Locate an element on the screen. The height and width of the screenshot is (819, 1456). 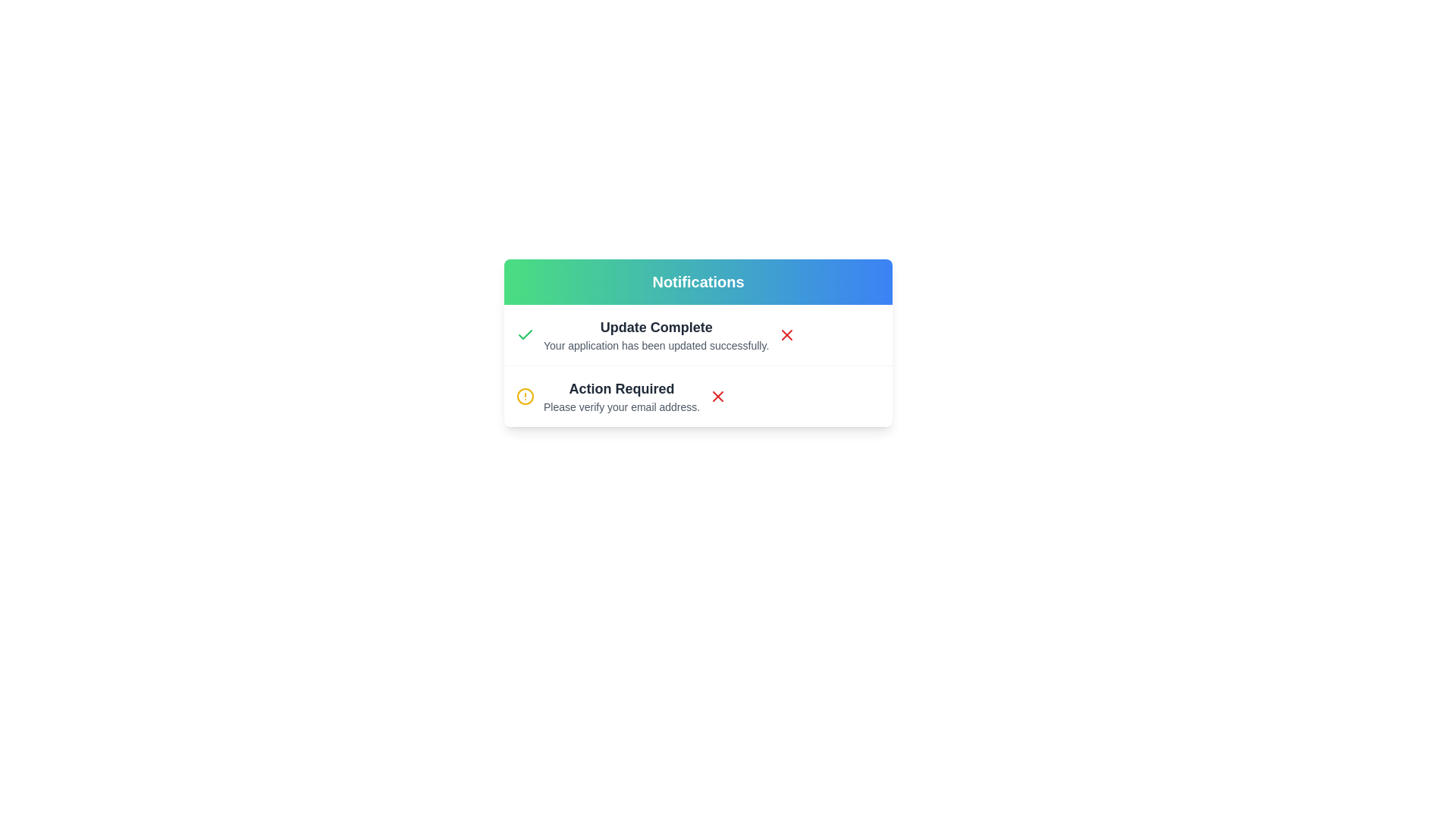
the notification element that displays 'Action Required' in bold and 'Please verify your email address.' in smaller text, accompanied by a yellow alert icon is located at coordinates (608, 396).